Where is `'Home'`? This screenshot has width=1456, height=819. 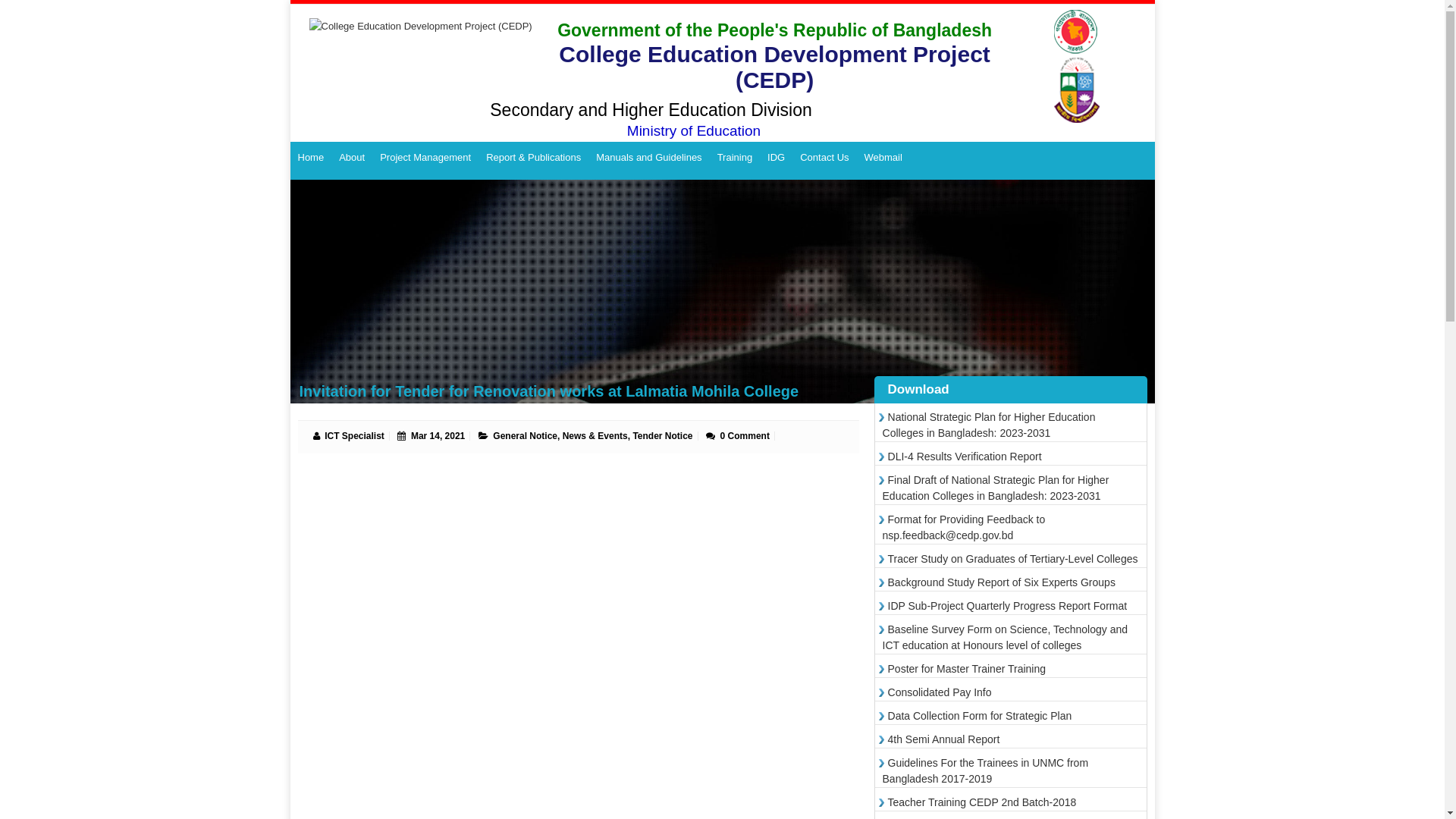 'Home' is located at coordinates (309, 158).